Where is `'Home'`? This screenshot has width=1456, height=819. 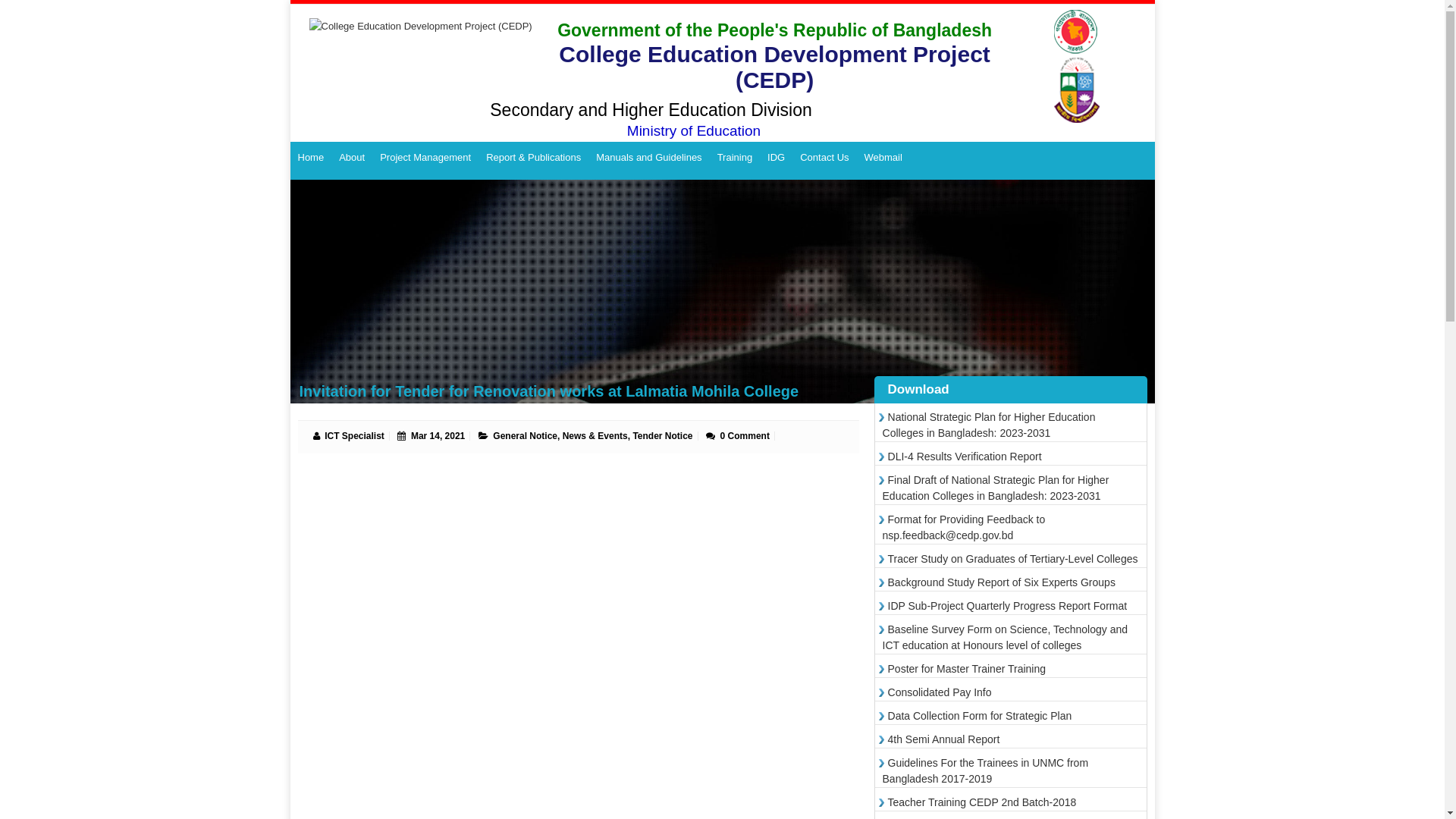 'Home' is located at coordinates (309, 158).